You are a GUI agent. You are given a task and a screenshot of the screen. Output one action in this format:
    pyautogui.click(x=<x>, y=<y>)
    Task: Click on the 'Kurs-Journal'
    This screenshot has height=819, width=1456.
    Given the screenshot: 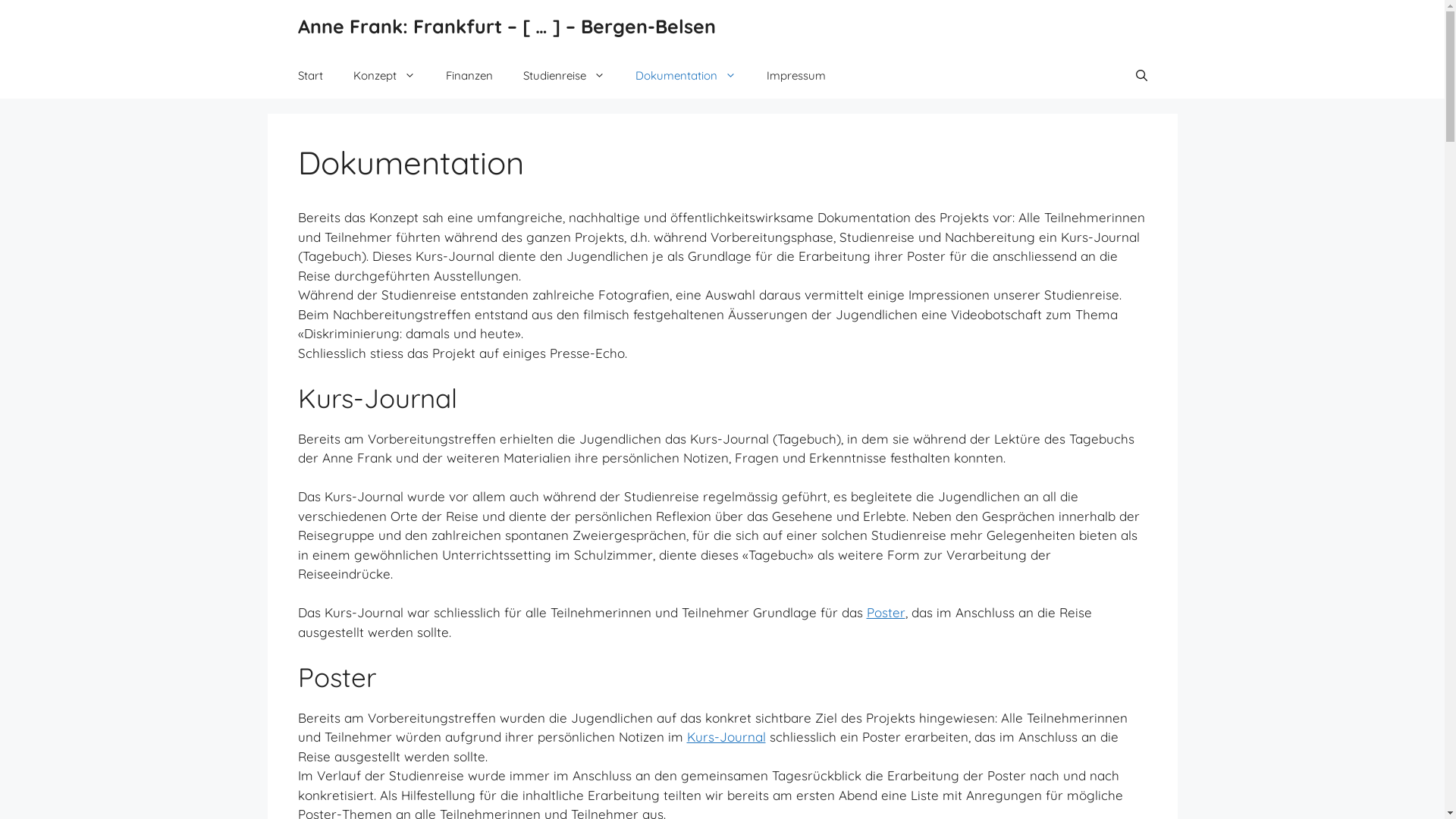 What is the action you would take?
    pyautogui.click(x=686, y=736)
    